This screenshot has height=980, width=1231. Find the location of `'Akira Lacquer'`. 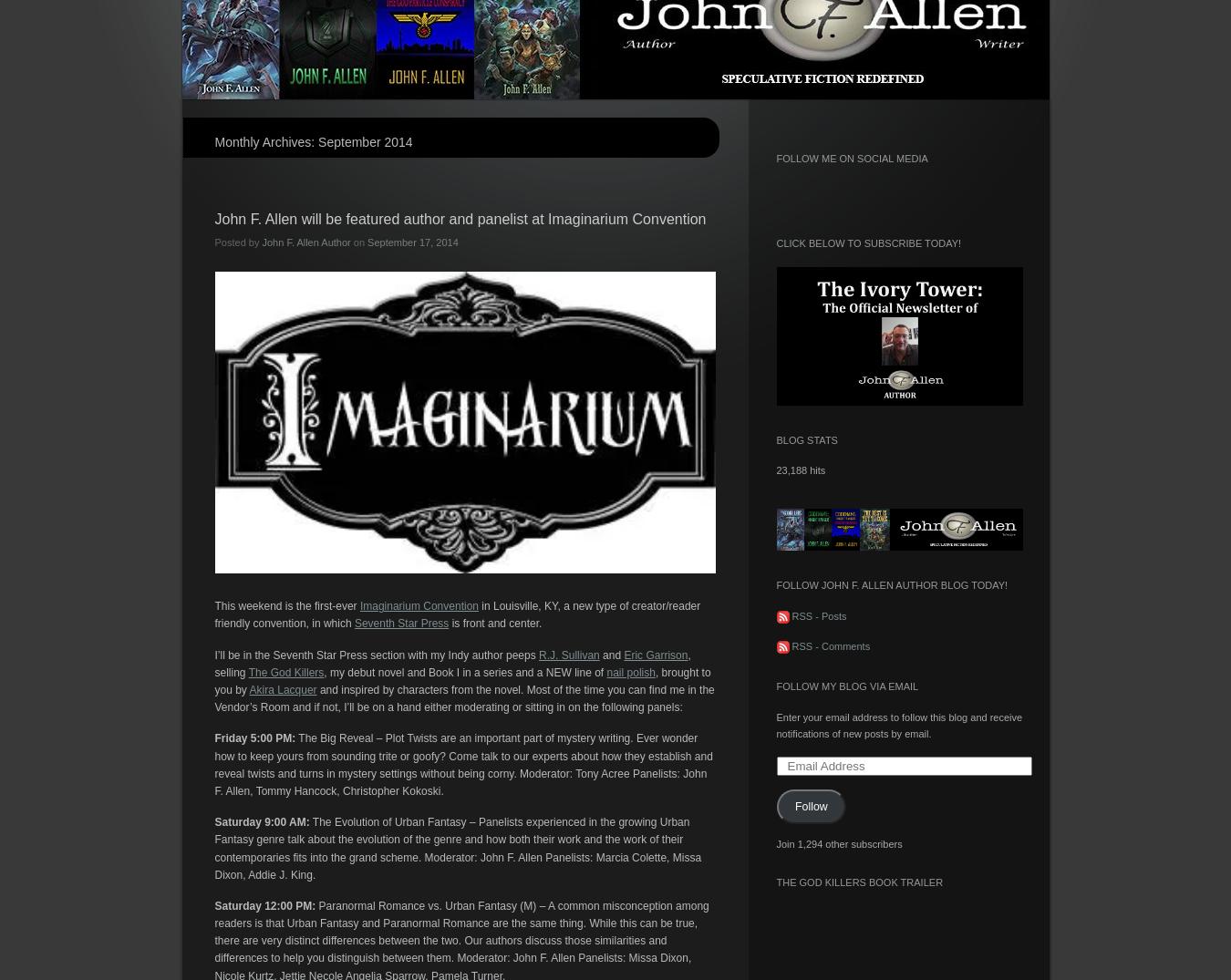

'Akira Lacquer' is located at coordinates (281, 690).